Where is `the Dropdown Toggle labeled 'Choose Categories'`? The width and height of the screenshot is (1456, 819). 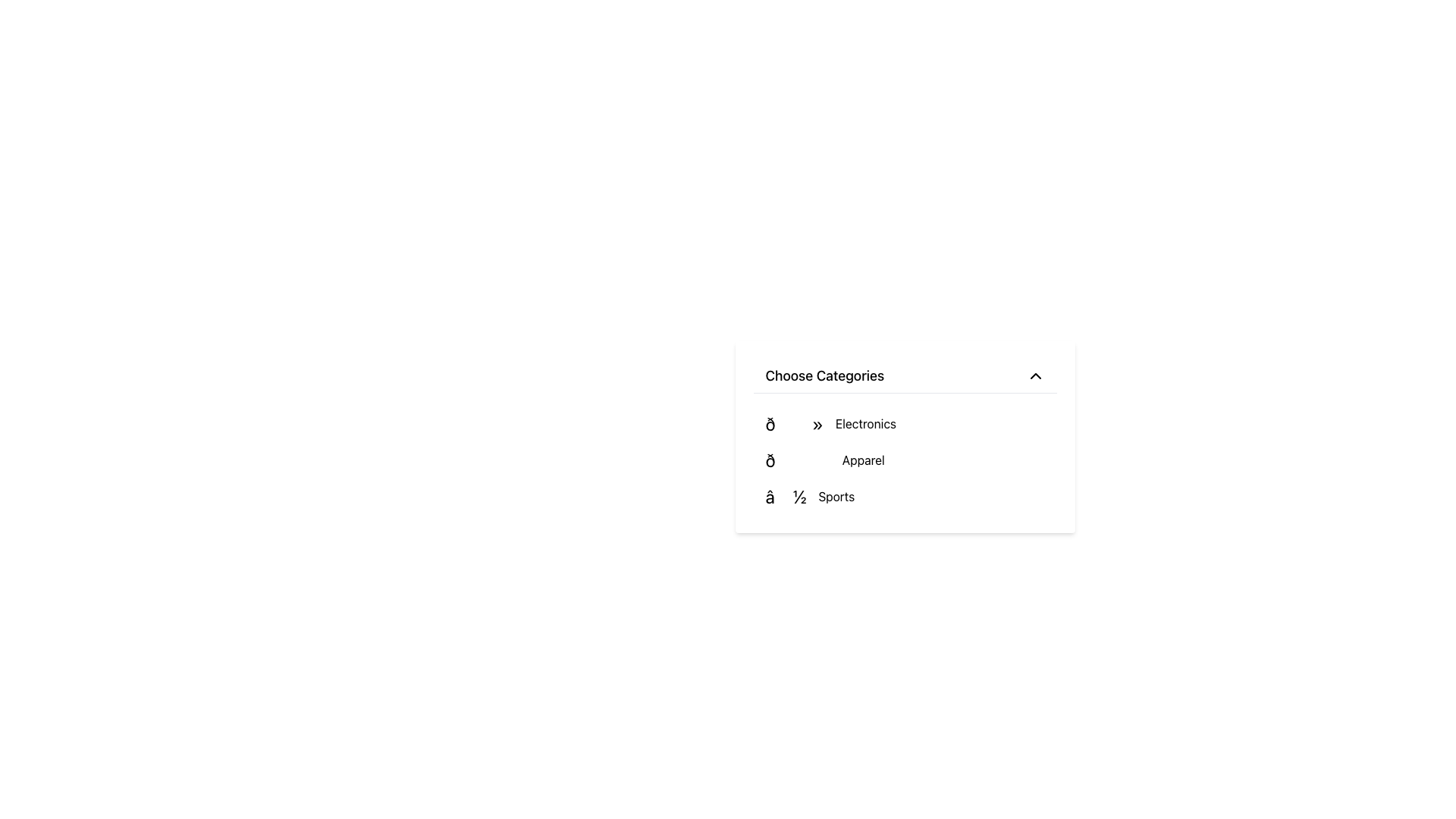 the Dropdown Toggle labeled 'Choose Categories' is located at coordinates (905, 375).